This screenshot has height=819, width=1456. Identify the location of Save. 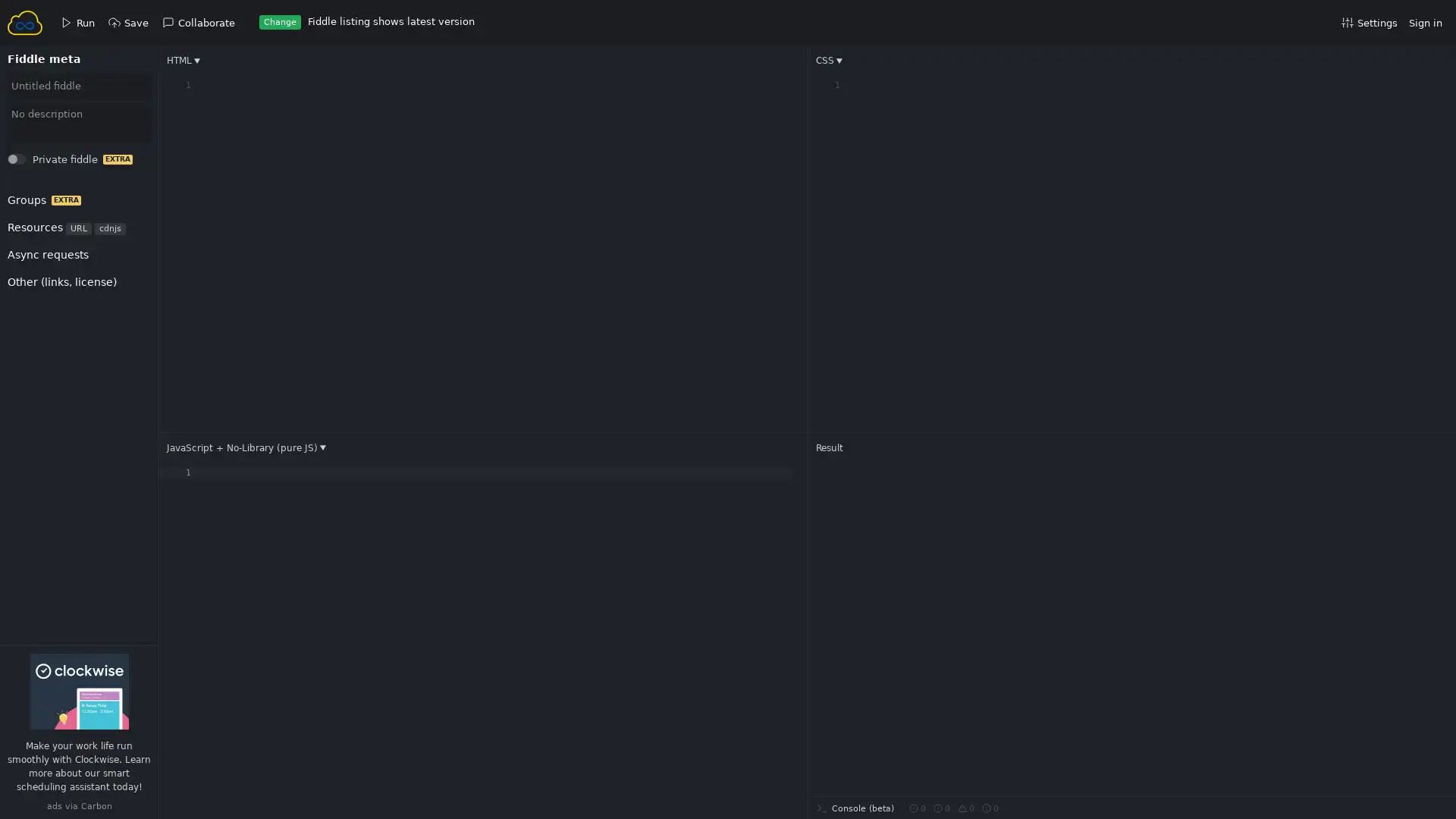
(32, 163).